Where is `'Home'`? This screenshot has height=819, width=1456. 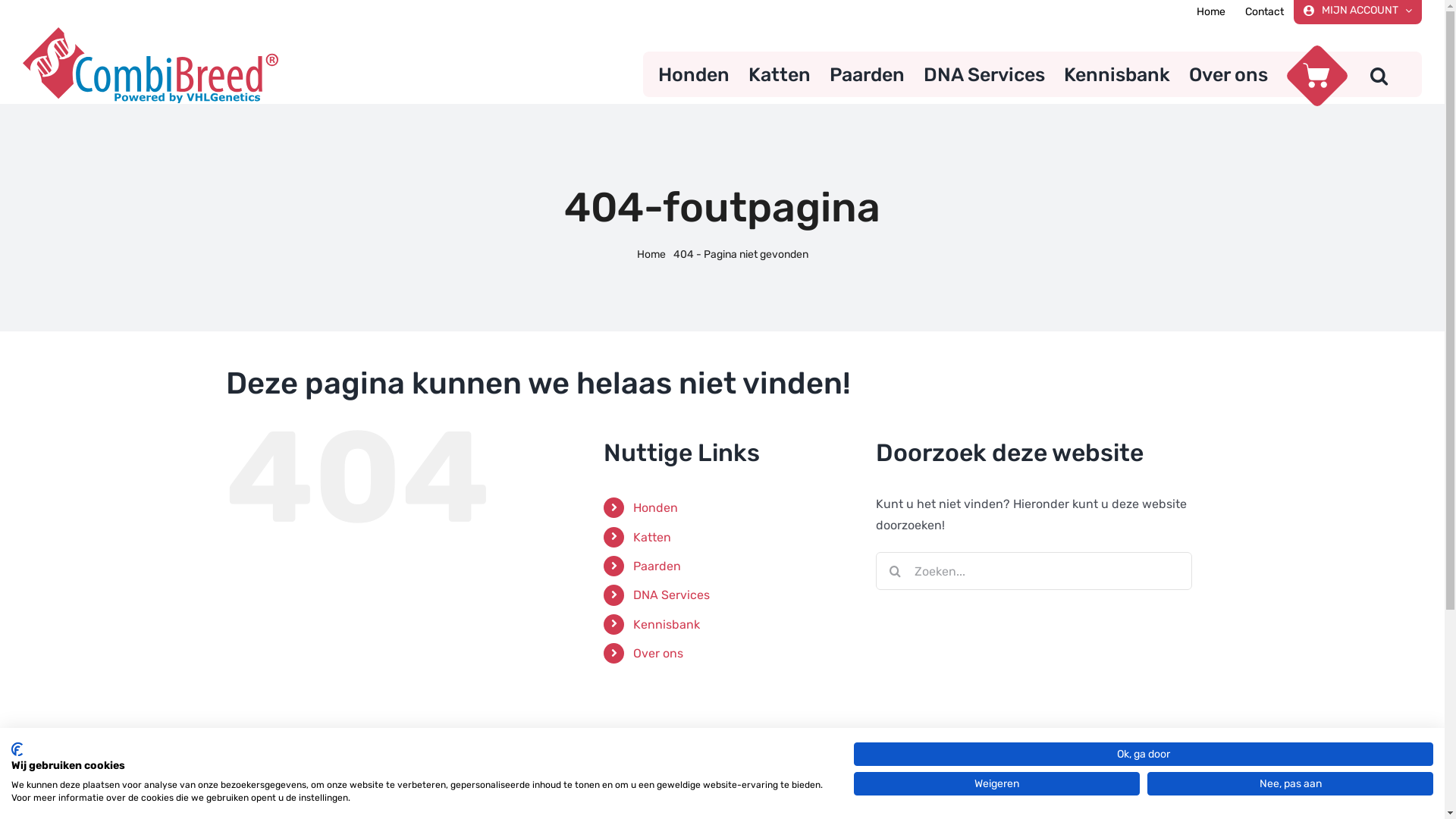 'Home' is located at coordinates (651, 253).